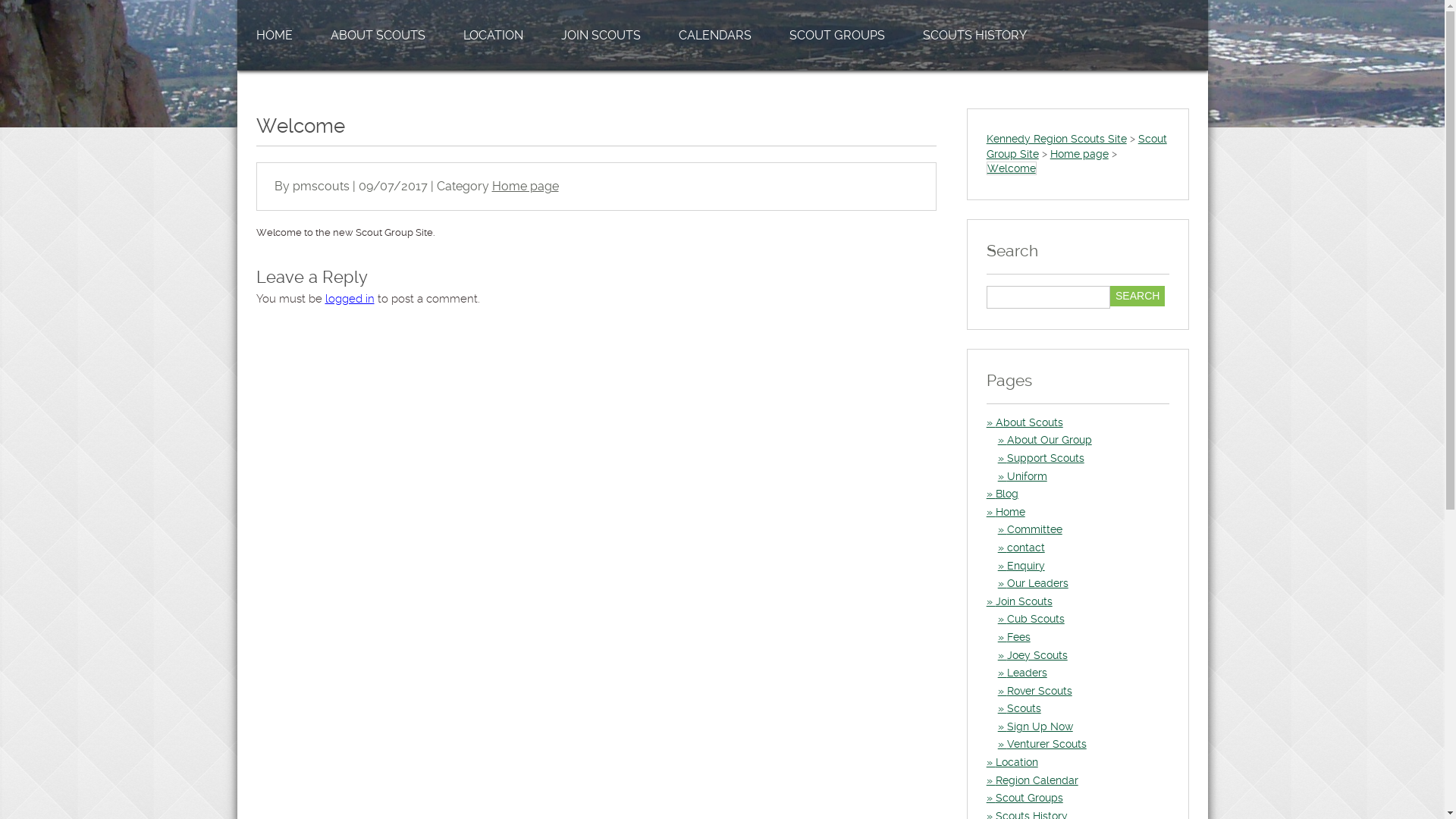 The height and width of the screenshot is (819, 1456). What do you see at coordinates (348, 298) in the screenshot?
I see `'logged in'` at bounding box center [348, 298].